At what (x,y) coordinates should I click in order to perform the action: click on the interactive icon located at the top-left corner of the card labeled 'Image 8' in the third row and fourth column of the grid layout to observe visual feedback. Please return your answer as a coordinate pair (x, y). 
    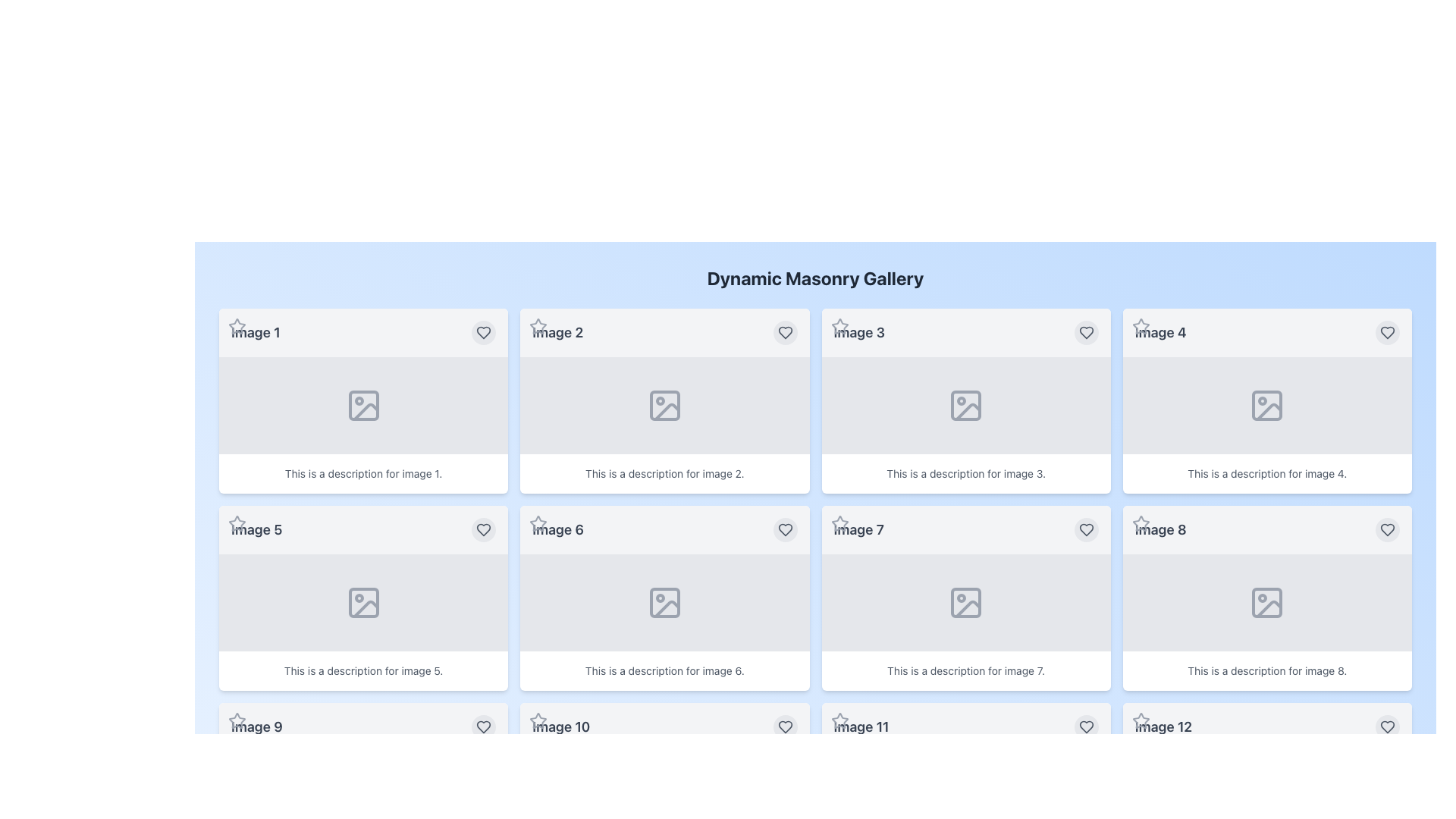
    Looking at the image, I should click on (1141, 522).